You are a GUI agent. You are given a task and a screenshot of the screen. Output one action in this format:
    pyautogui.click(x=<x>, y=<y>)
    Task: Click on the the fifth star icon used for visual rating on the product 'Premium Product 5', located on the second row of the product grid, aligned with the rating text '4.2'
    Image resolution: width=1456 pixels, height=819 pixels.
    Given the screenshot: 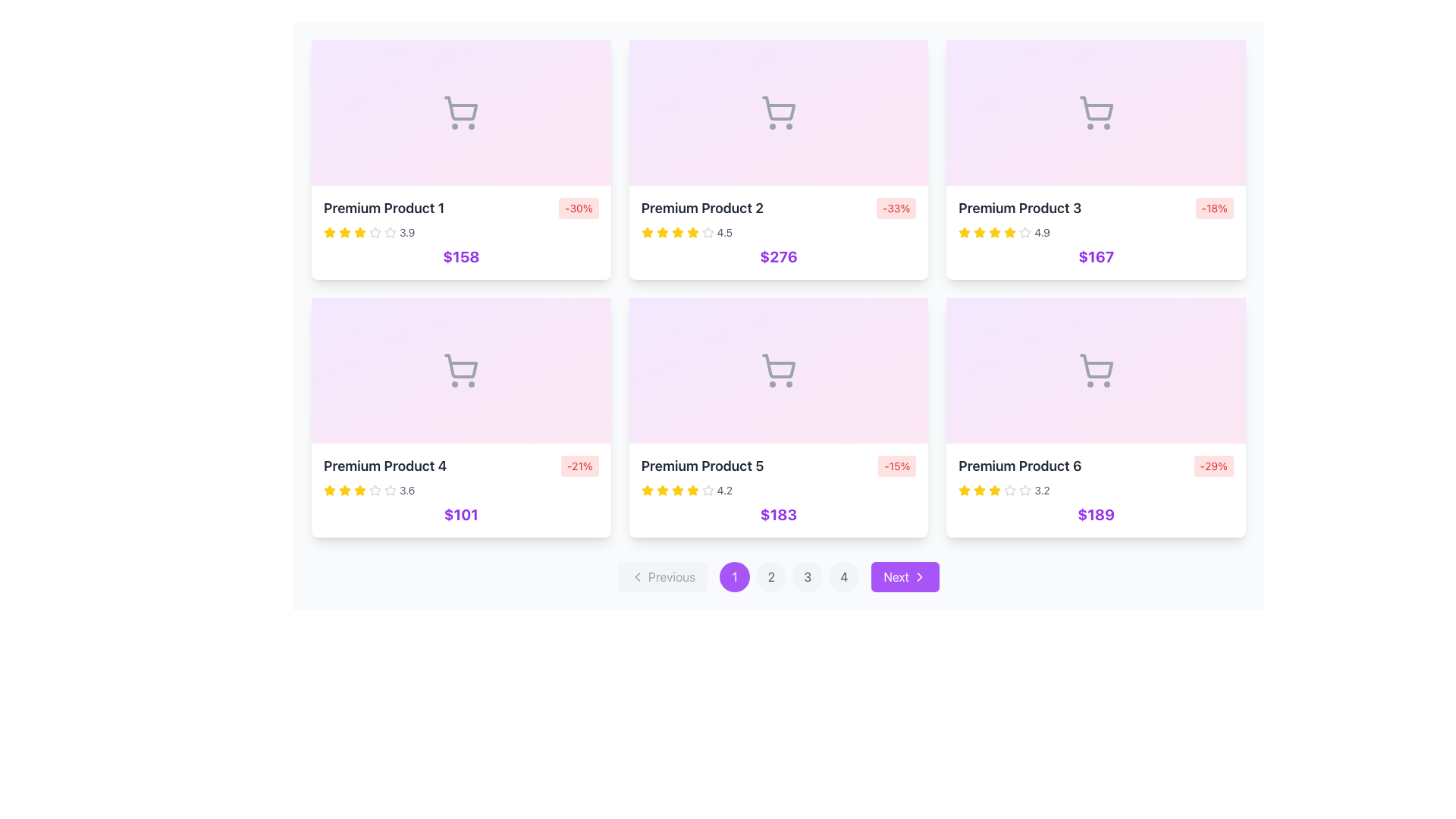 What is the action you would take?
    pyautogui.click(x=676, y=491)
    